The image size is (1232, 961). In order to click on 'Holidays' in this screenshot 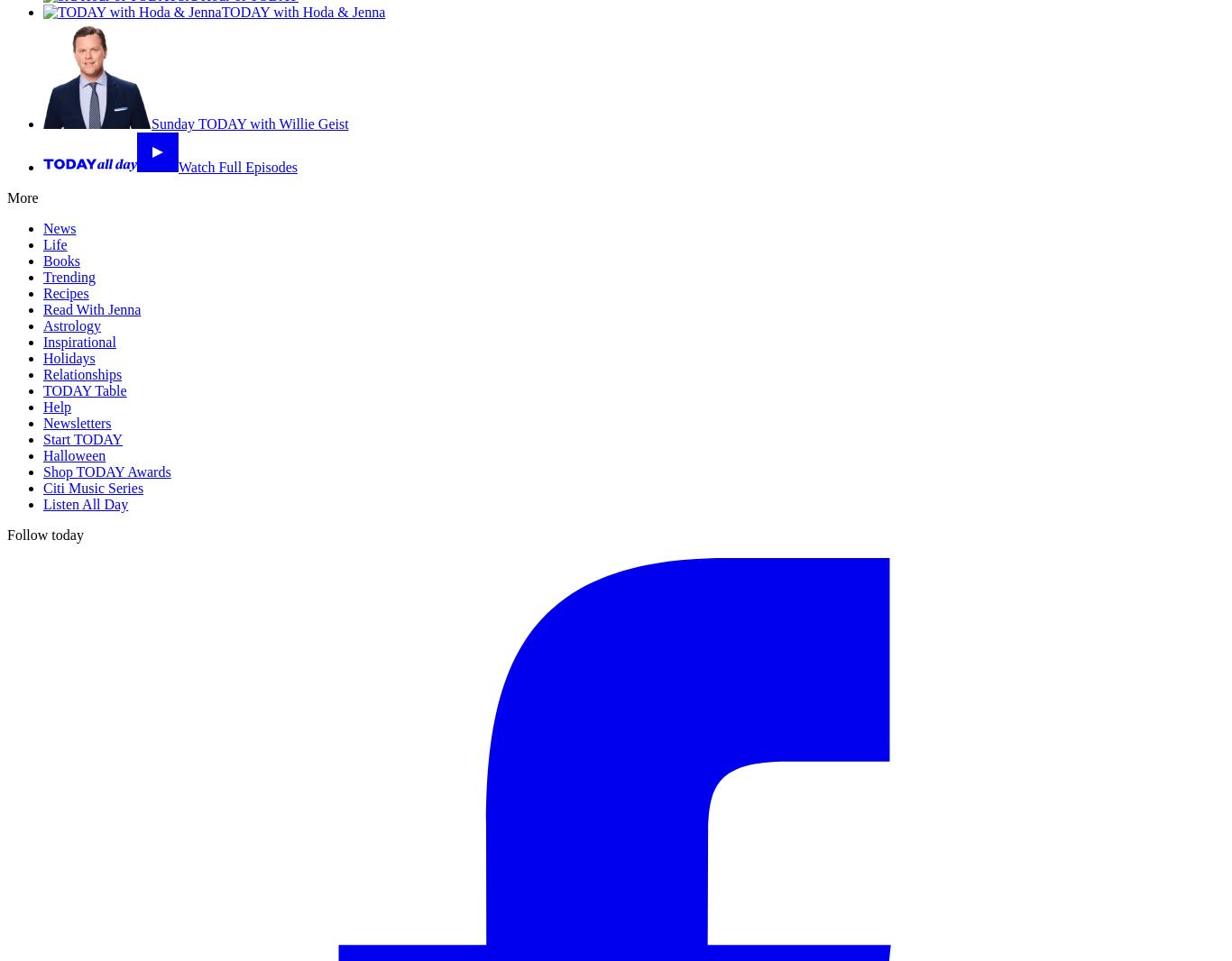, I will do `click(69, 358)`.